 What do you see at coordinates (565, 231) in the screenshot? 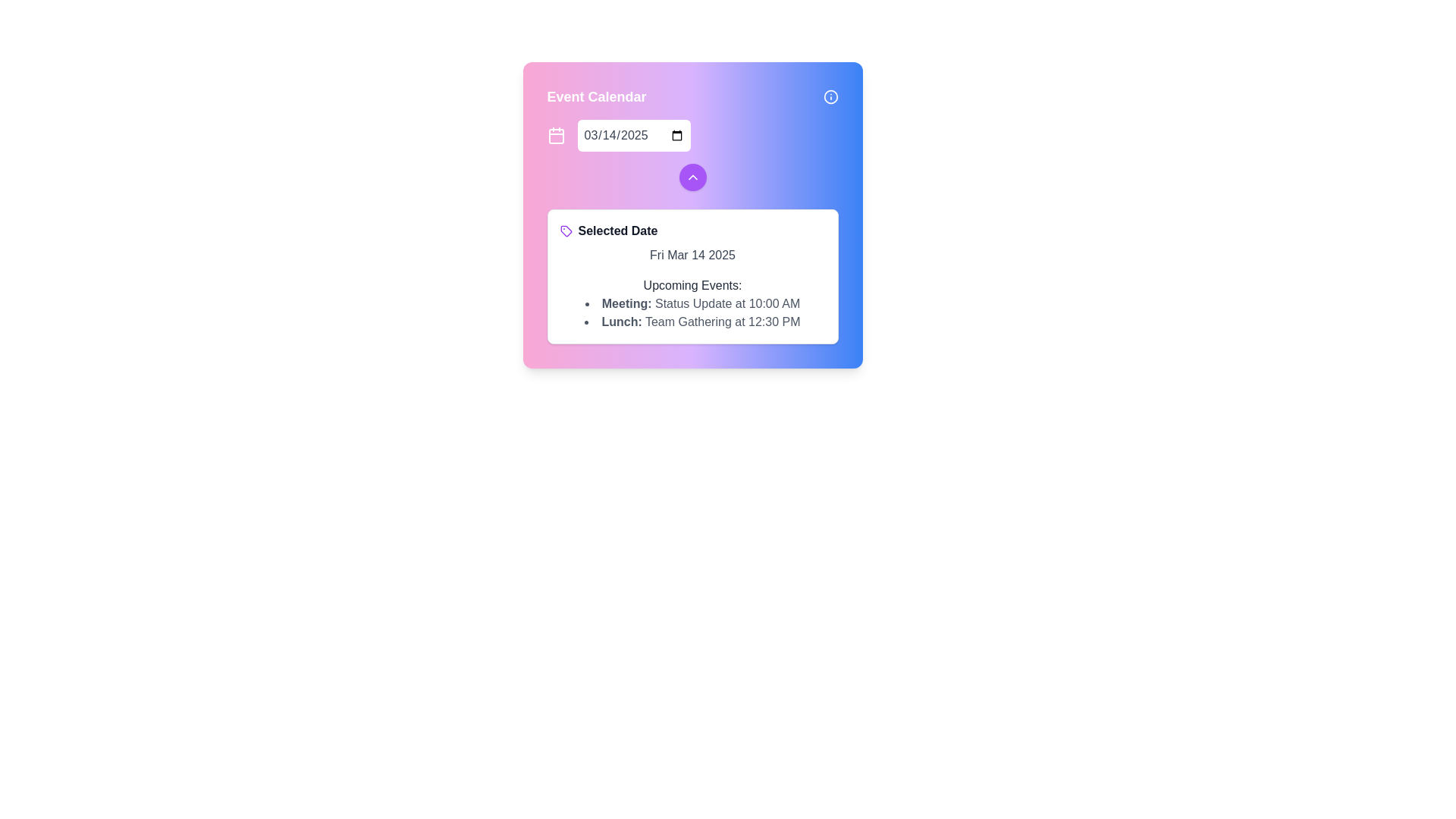
I see `the purple tag-shaped icon located near the top right of the calendar interface, beside the date text box` at bounding box center [565, 231].